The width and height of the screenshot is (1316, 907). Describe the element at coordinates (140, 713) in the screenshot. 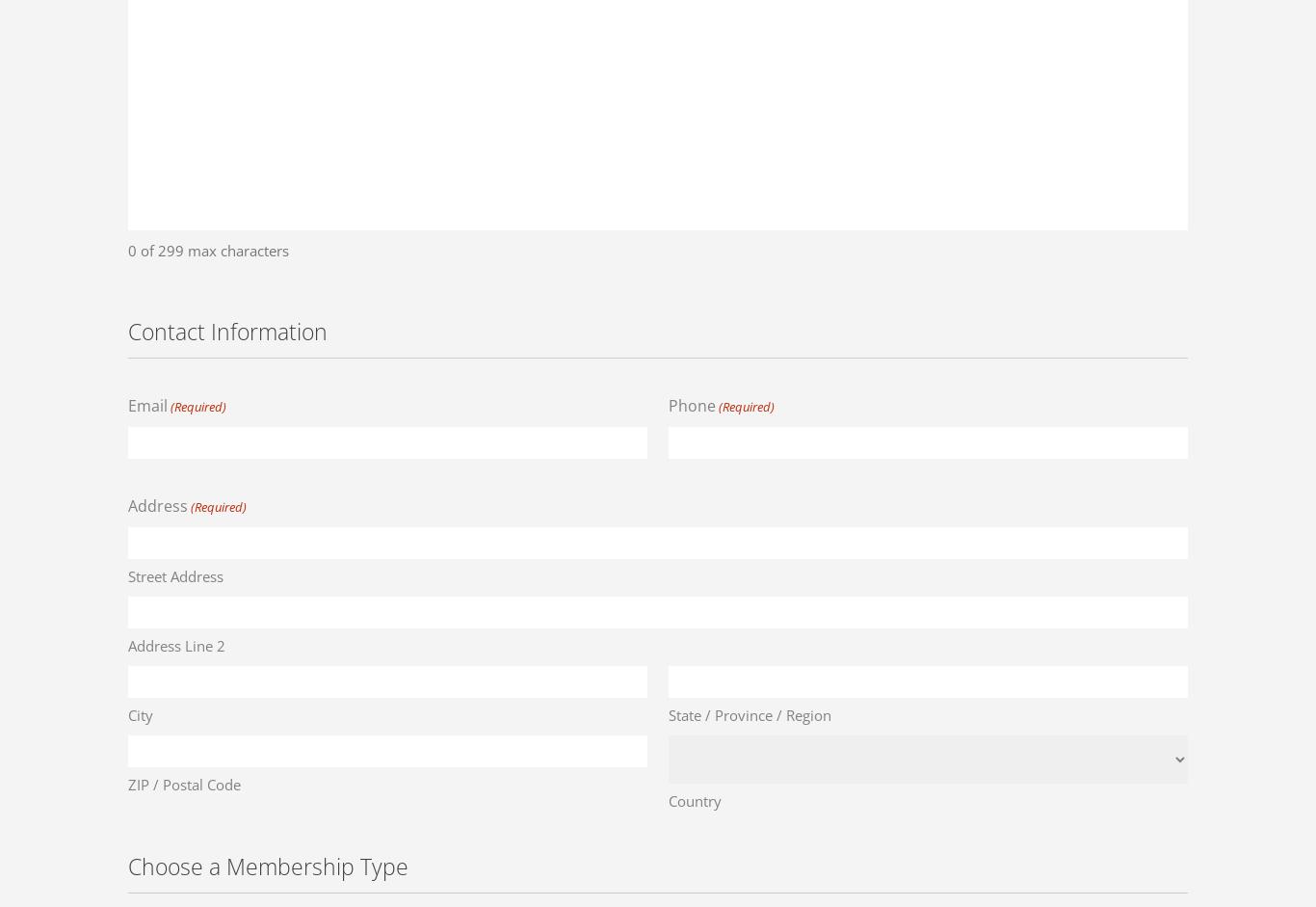

I see `'City'` at that location.